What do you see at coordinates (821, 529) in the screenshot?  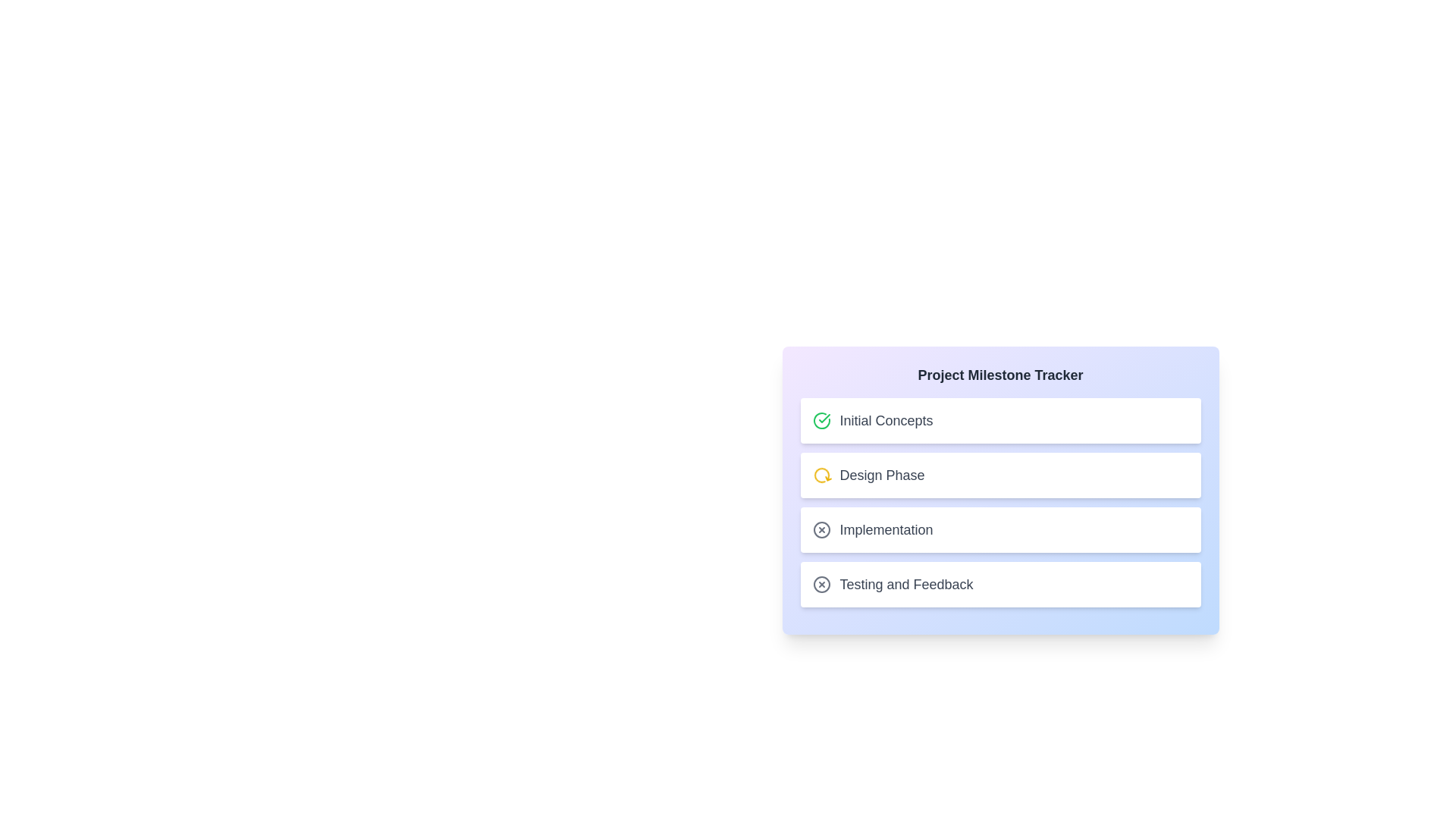 I see `the circular icon with a cross inside, which has a gray outline, to interact with the milestone status adjacent to the 'Implementation' milestone label` at bounding box center [821, 529].